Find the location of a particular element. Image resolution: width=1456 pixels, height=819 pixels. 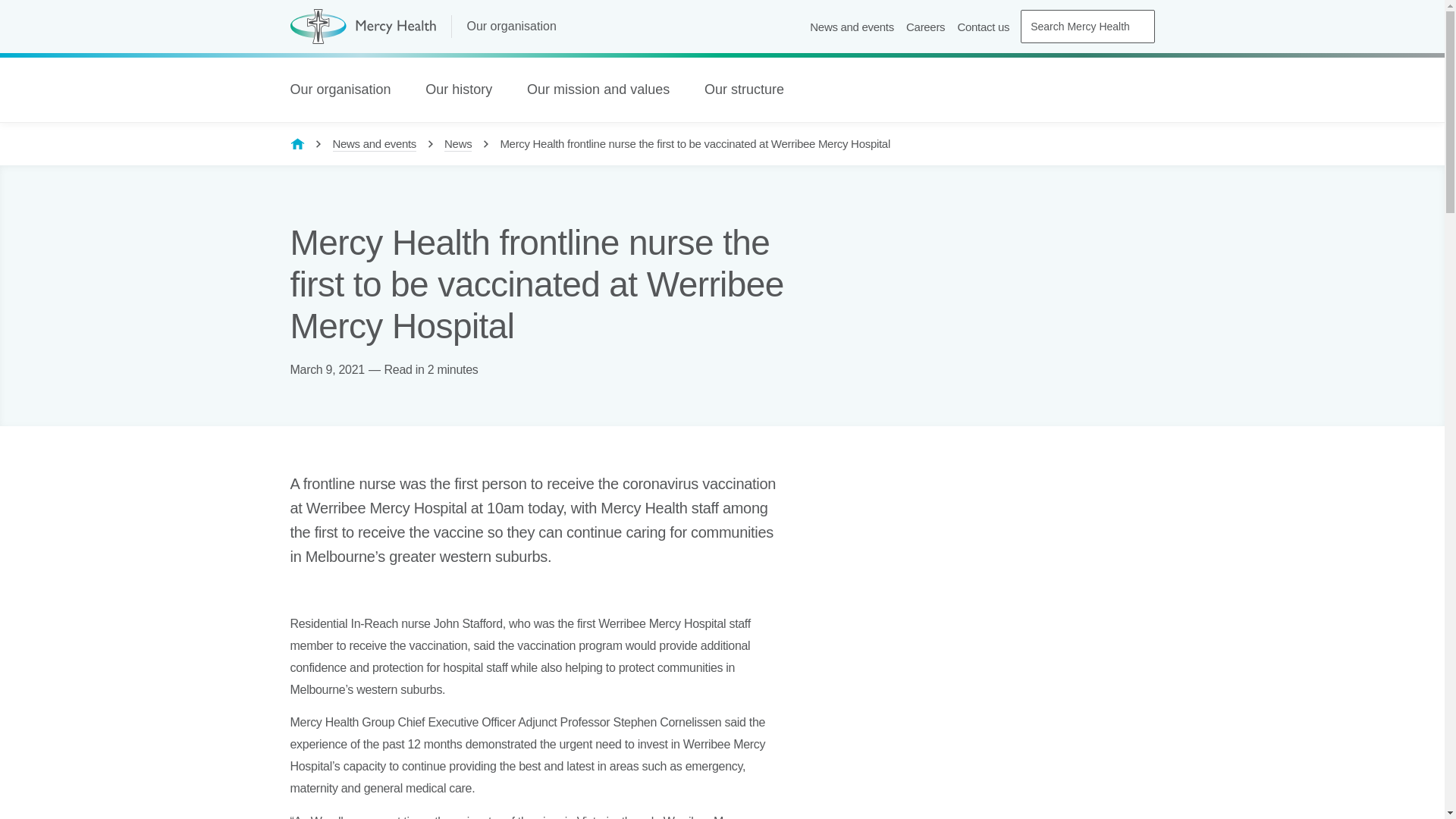

'News' is located at coordinates (457, 144).